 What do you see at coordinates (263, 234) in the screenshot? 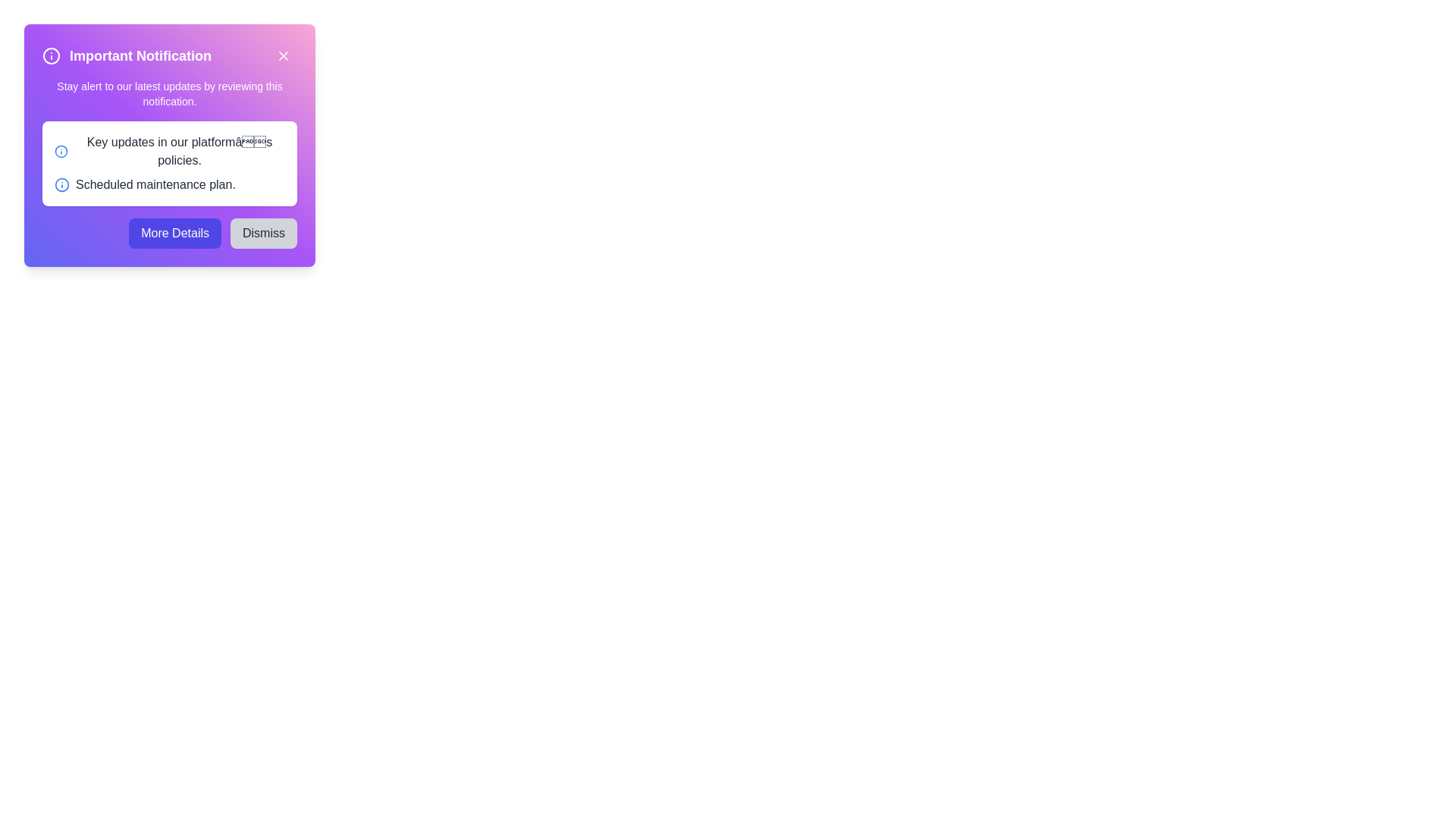
I see `the 'Dismiss' button to close the notification` at bounding box center [263, 234].